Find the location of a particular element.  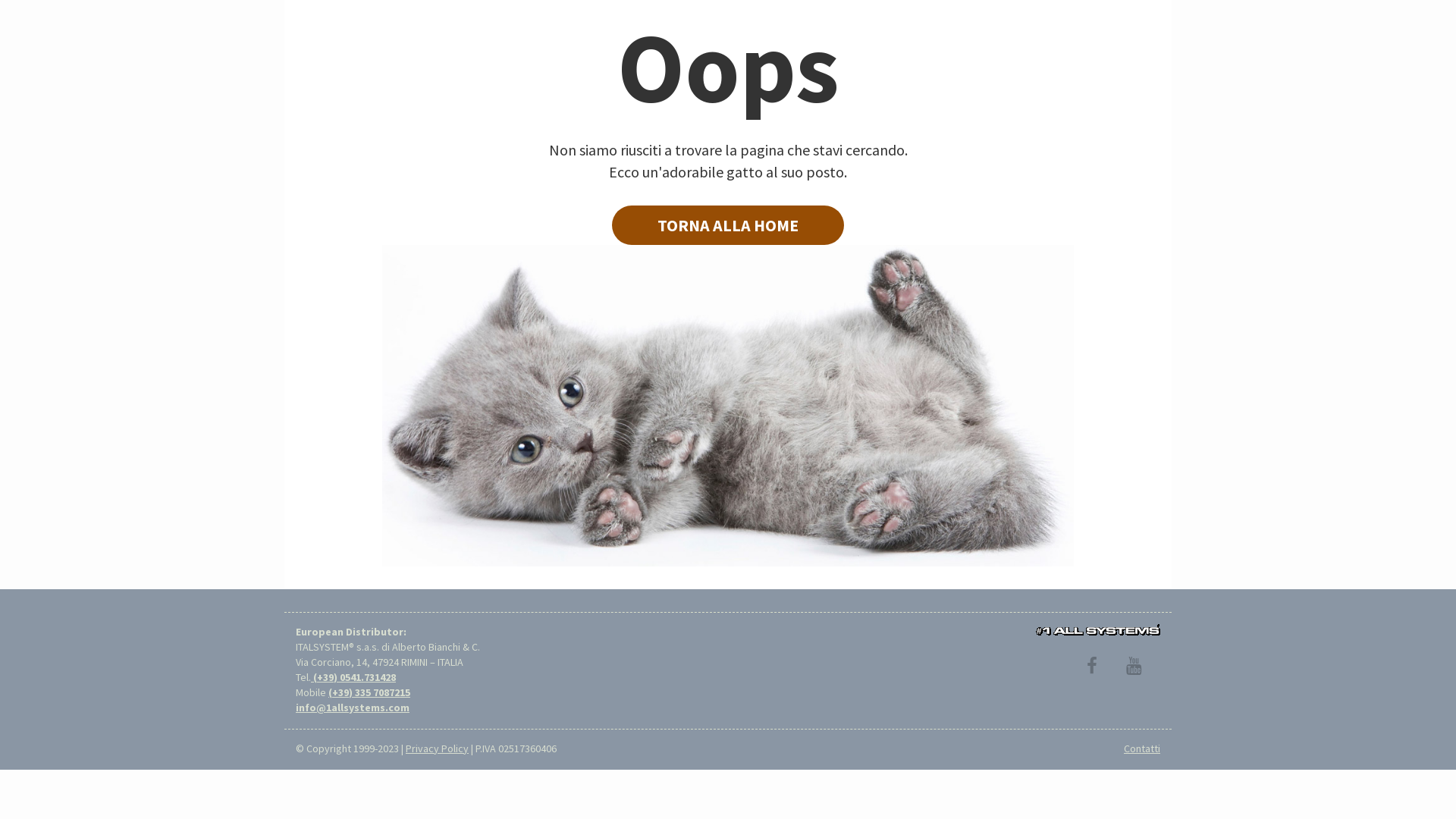

'(+39) 335 7087215' is located at coordinates (327, 692).